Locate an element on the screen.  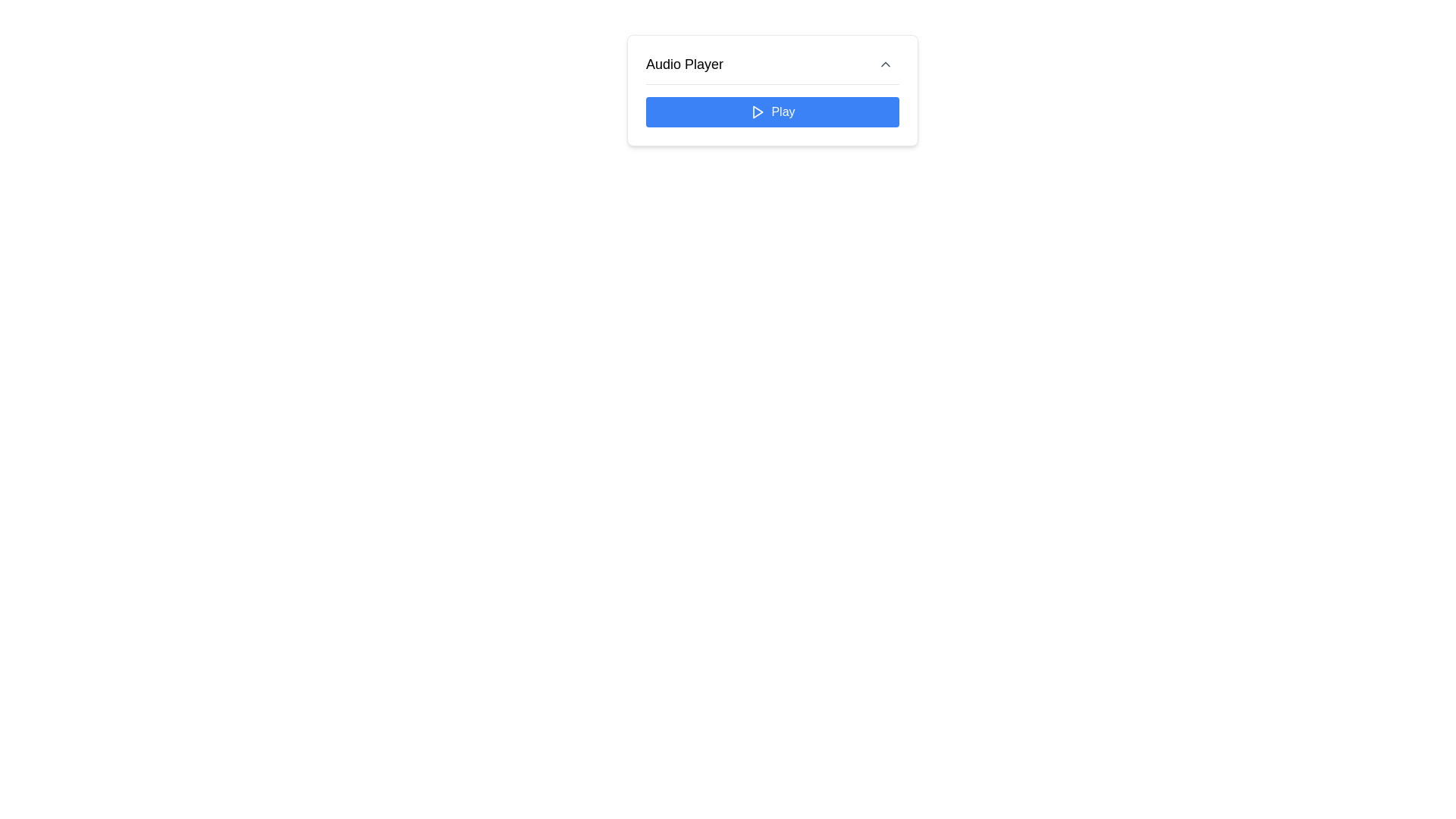
the upward direction icon located in the top-right area of the 'Audio Player' card is located at coordinates (885, 63).